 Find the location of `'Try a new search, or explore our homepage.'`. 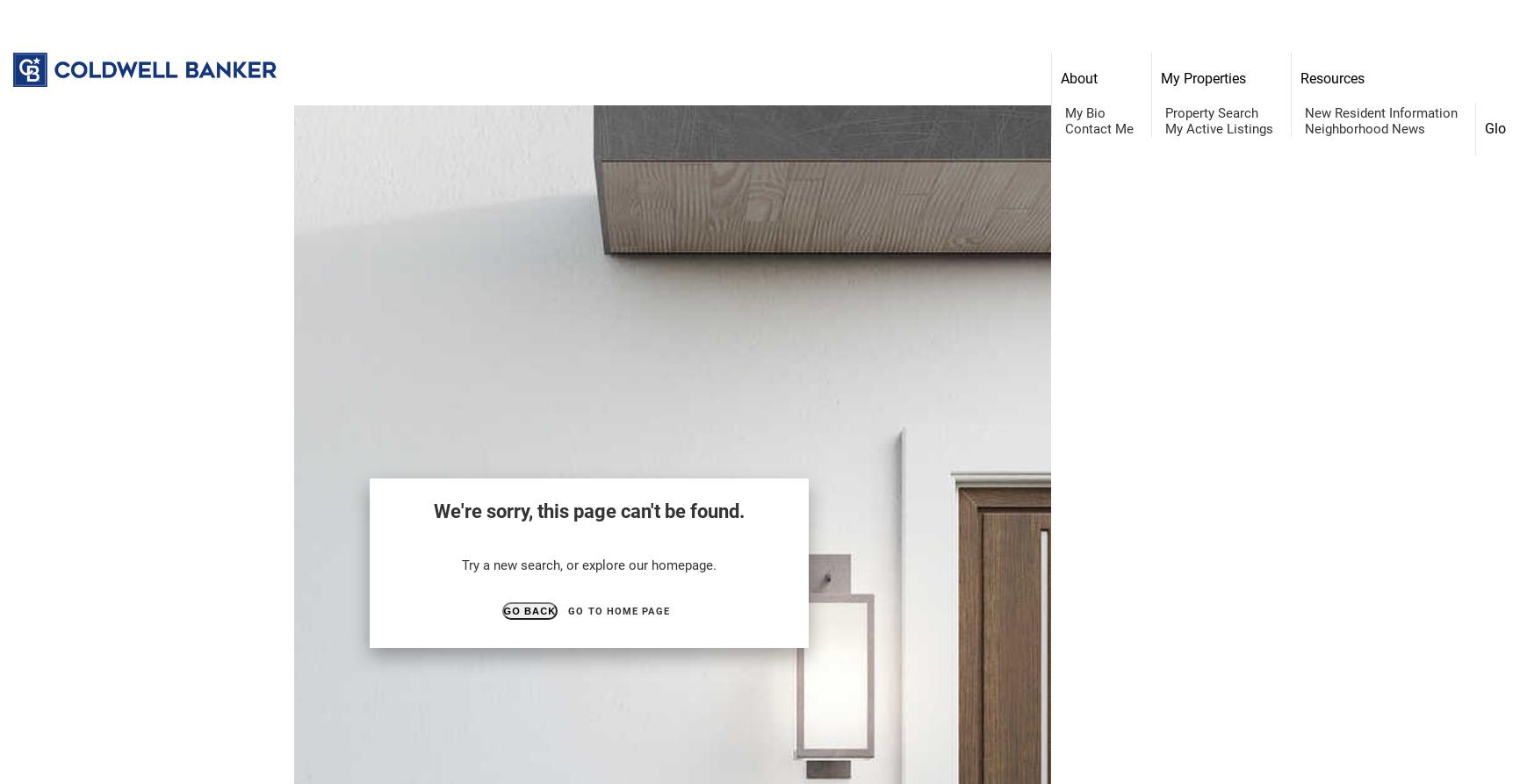

'Try a new search, or explore our homepage.' is located at coordinates (461, 565).